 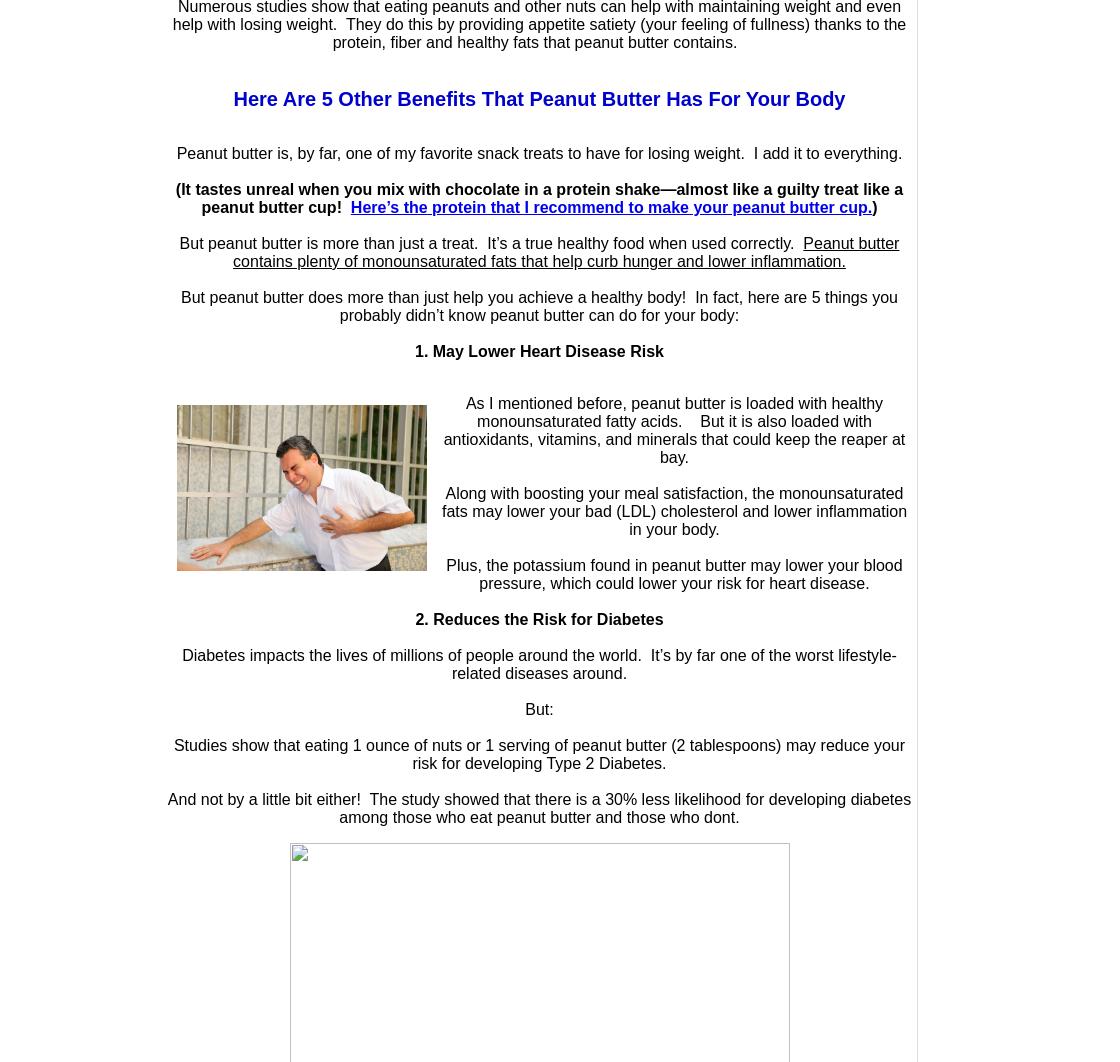 I want to click on 'Diabetes impacts the lives of millions of people around the world.  It’s by far one of the worst lifestyle-related diseases around.', so click(x=539, y=664).